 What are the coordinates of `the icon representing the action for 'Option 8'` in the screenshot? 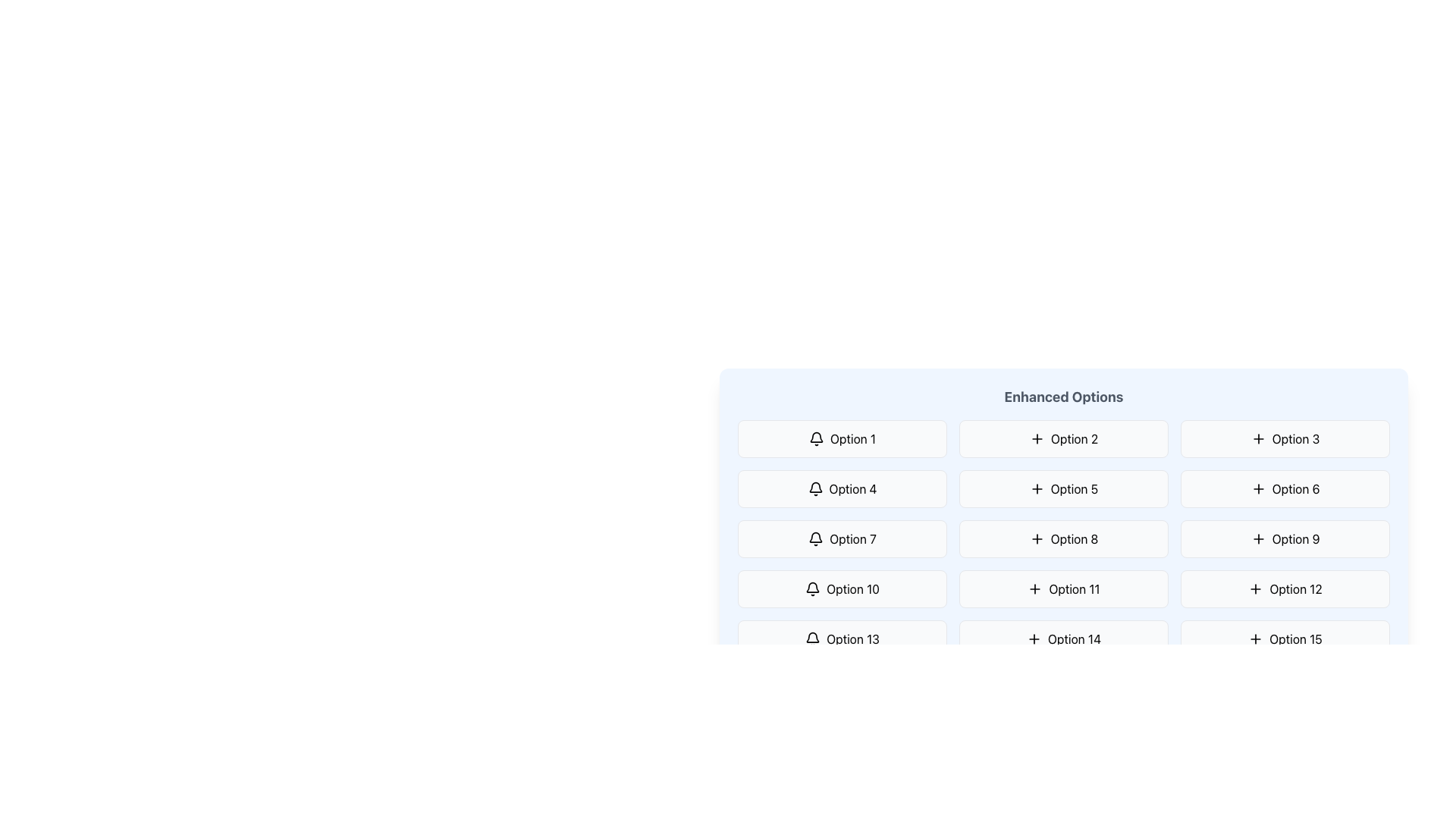 It's located at (1036, 538).